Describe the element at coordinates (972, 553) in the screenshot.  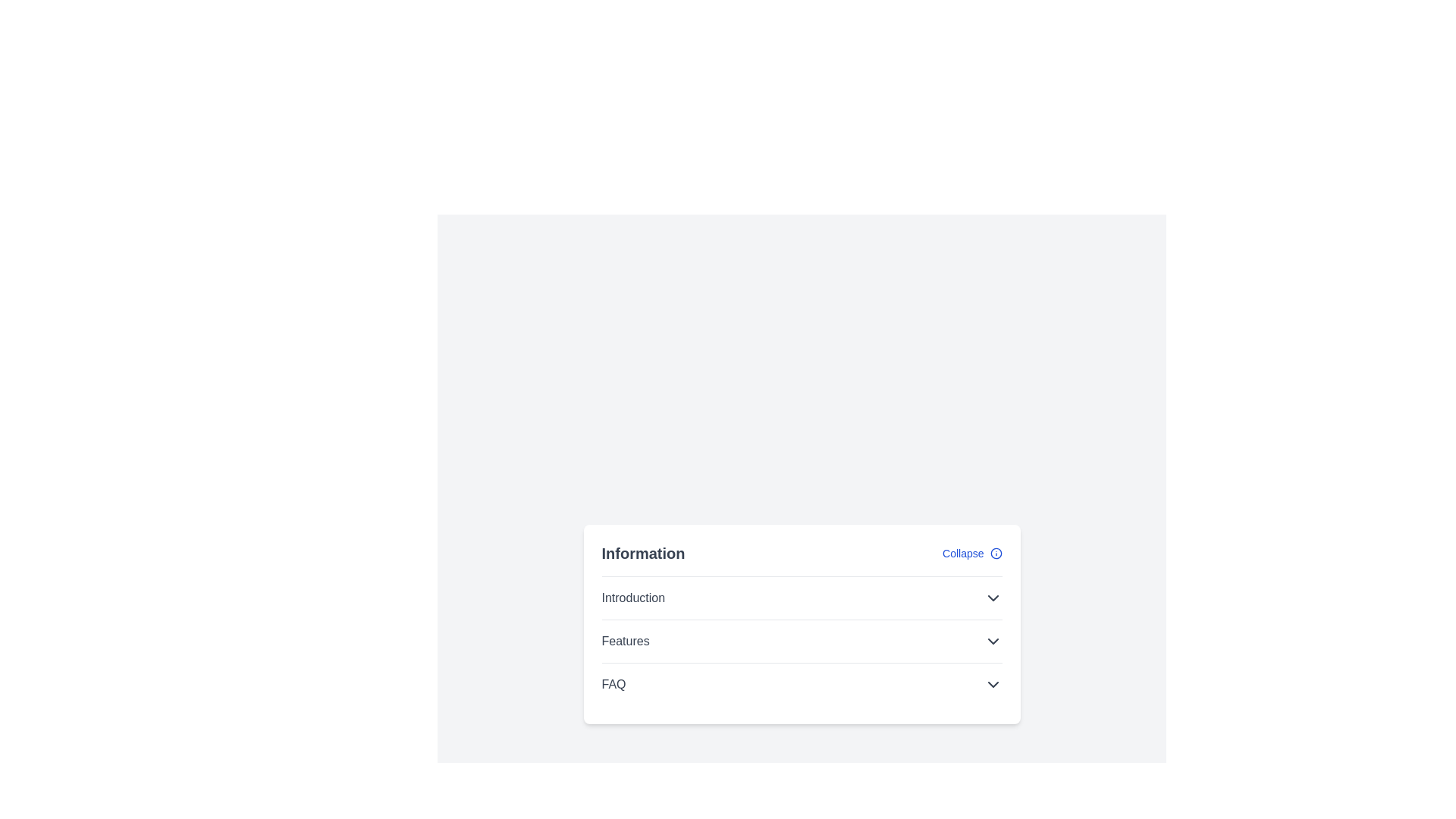
I see `the 'Collapse' hyperlink styled in blue text with an information icon on its right side, located in the upper-right corner of the 'Information' section` at that location.